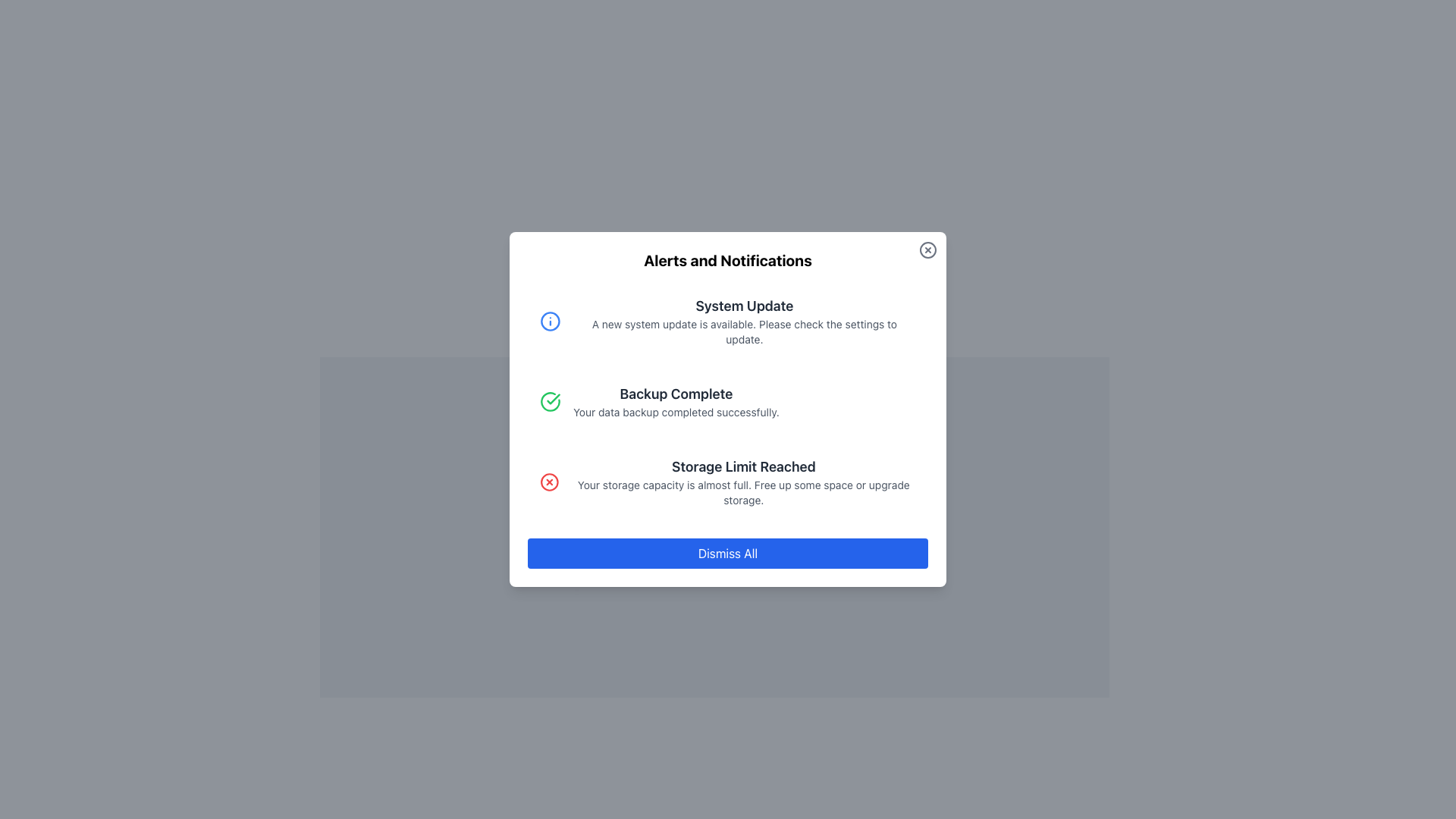  Describe the element at coordinates (728, 553) in the screenshot. I see `the 'Dismiss All' button, which is a horizontally long button with a blue background and white text, located at the bottom of the modal component` at that location.